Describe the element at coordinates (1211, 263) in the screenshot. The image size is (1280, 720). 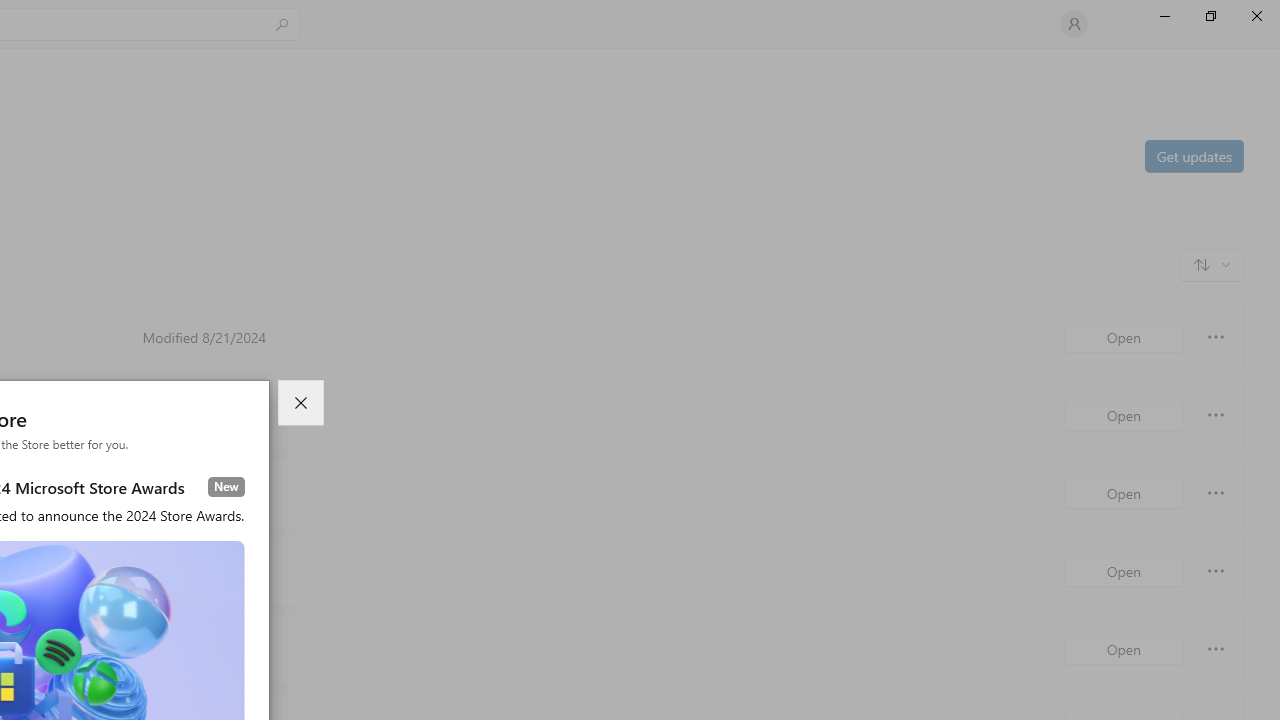
I see `'Sort and filter'` at that location.